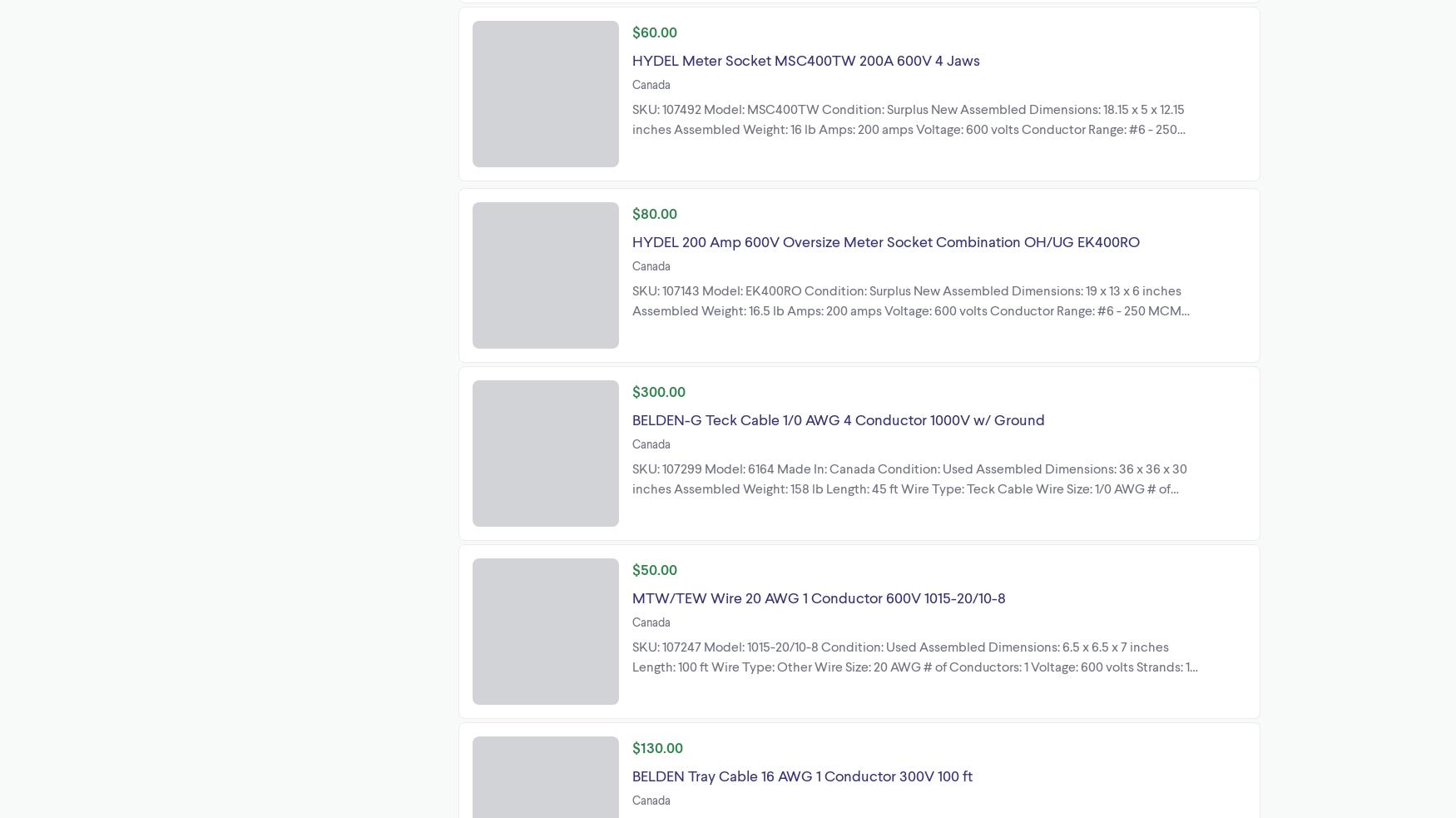 The image size is (1456, 818). I want to click on 'SKU: 107143 Model: EK400RO Condition: Surplus New Assembled Dimensions: 19 x 13 x 6 inches Assembled Weight: 16.5 lb Amps: 200 amps Voltage: 600 volts Conductor Range: #6 - 250 MCM Enclosure: NEMA 3R No. of Jaws: 4 Lenmark Industries Ltd 27576 51a Ave Langley, British Columbia Canada V4W4A9 Tel: 604.449.1880', so click(913, 318).